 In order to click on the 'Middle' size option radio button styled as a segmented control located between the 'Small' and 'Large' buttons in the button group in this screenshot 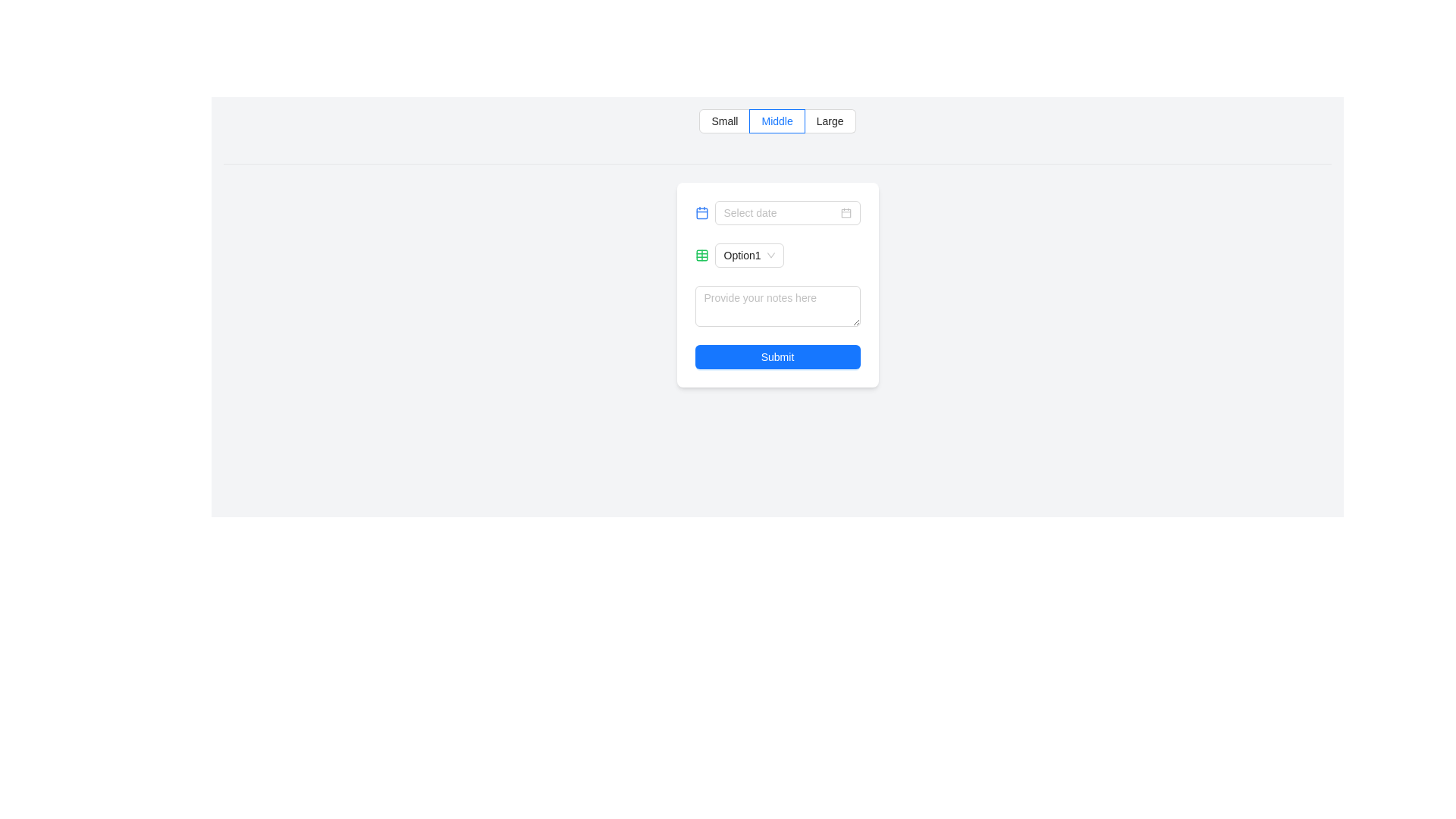, I will do `click(777, 120)`.